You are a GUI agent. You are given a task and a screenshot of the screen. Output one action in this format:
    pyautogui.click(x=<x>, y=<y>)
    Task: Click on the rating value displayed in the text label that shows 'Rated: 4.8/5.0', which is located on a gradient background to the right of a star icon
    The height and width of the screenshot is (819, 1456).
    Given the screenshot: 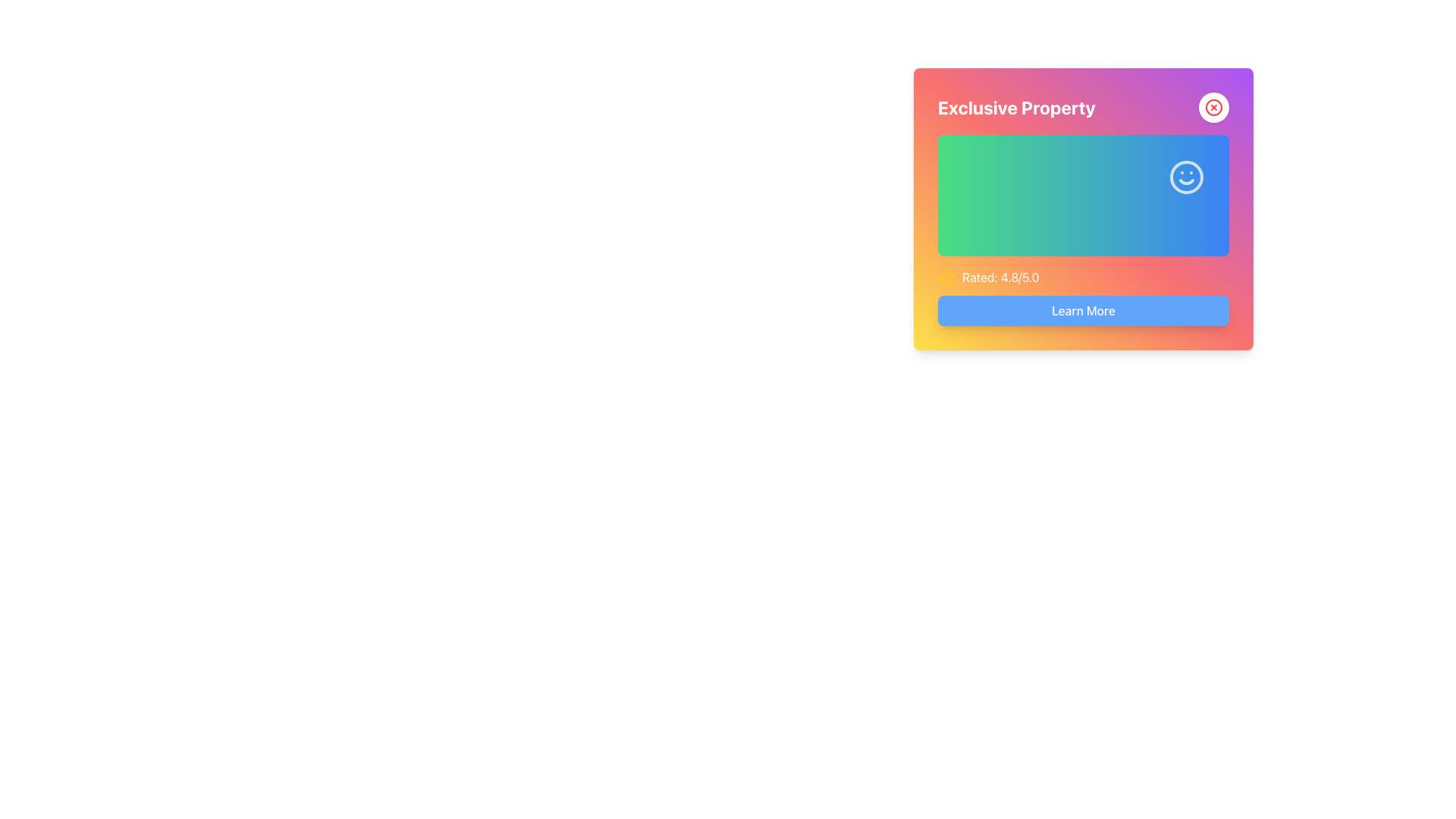 What is the action you would take?
    pyautogui.click(x=1000, y=278)
    